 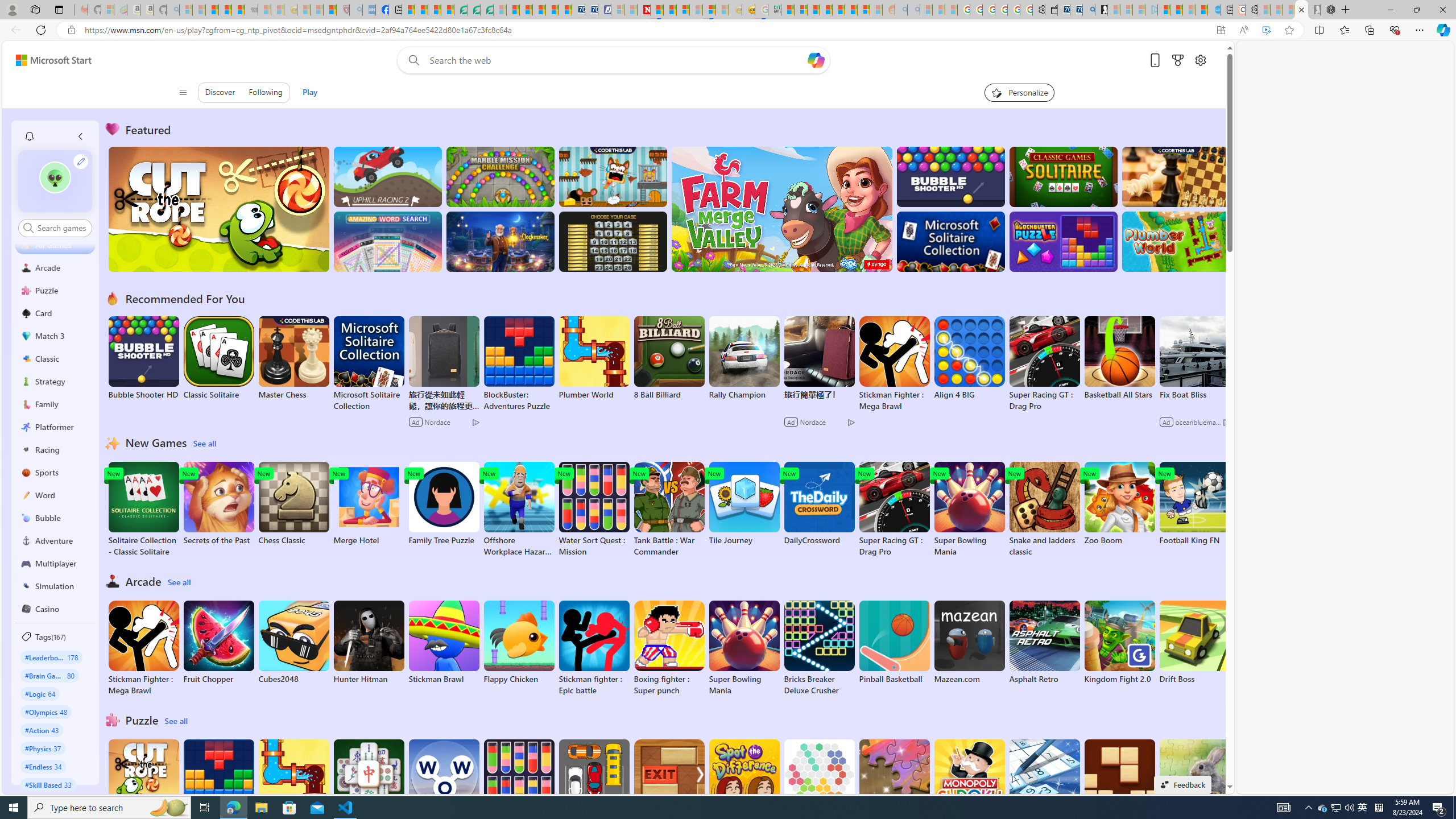 What do you see at coordinates (143, 647) in the screenshot?
I see `'Stickman Fighter : Mega Brawl'` at bounding box center [143, 647].